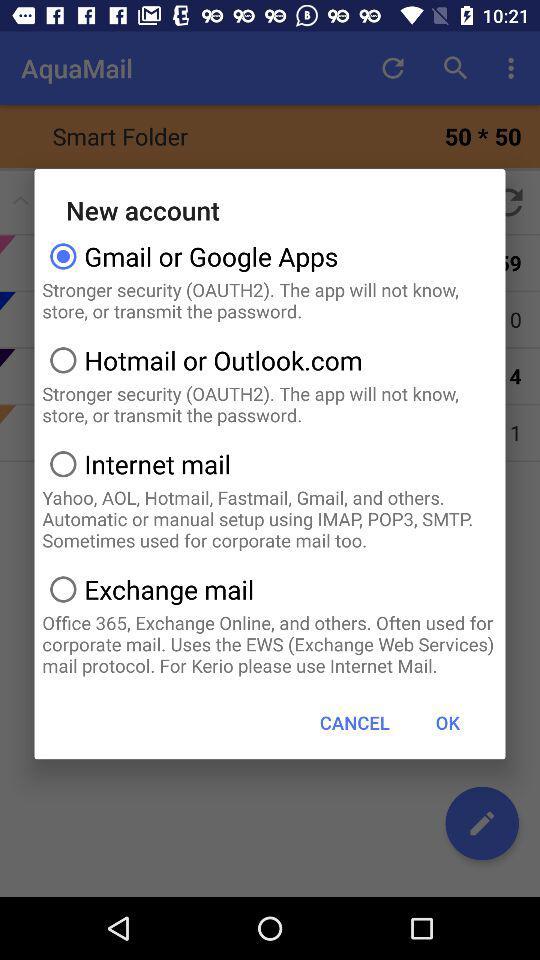 The height and width of the screenshot is (960, 540). I want to click on icon at the bottom right corner, so click(447, 721).